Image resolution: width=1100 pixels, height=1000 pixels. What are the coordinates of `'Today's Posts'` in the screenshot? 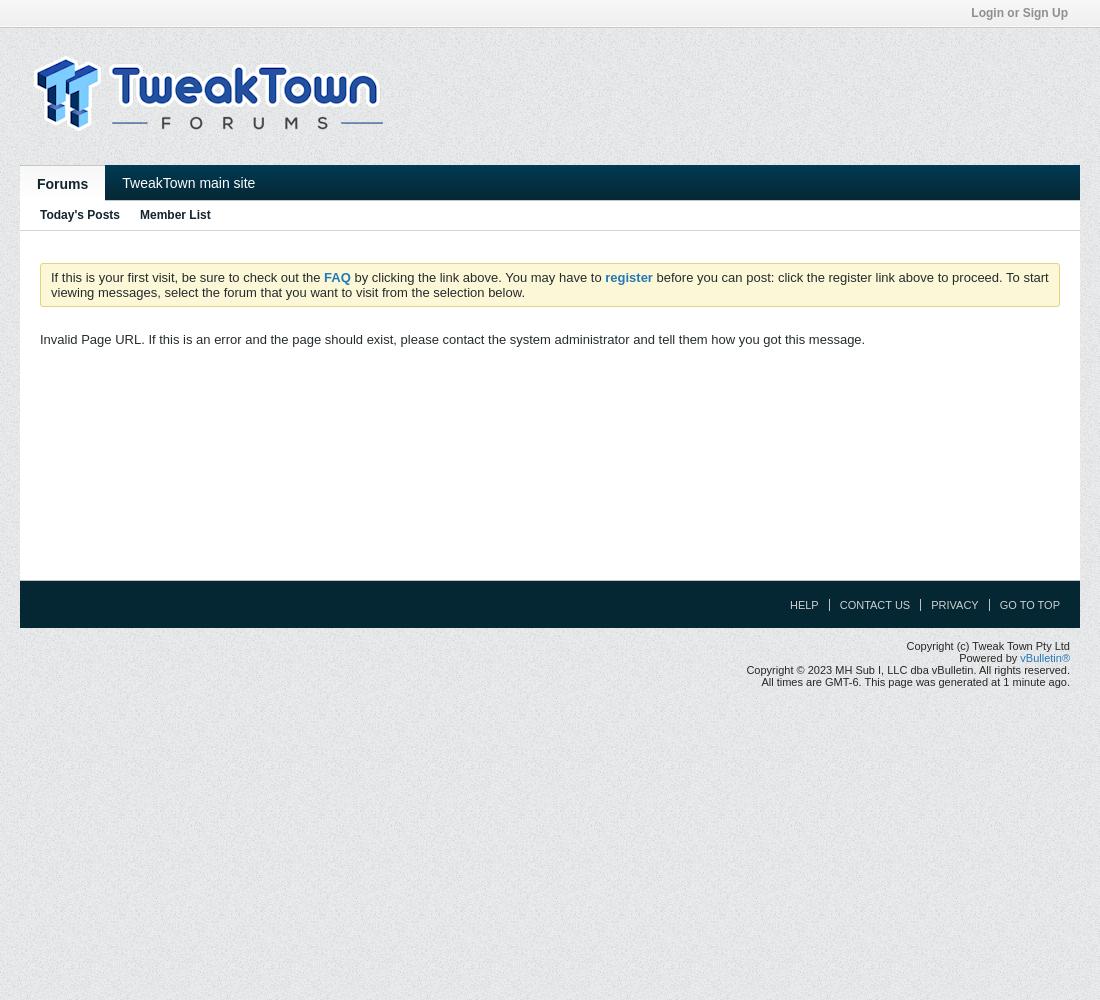 It's located at (39, 214).